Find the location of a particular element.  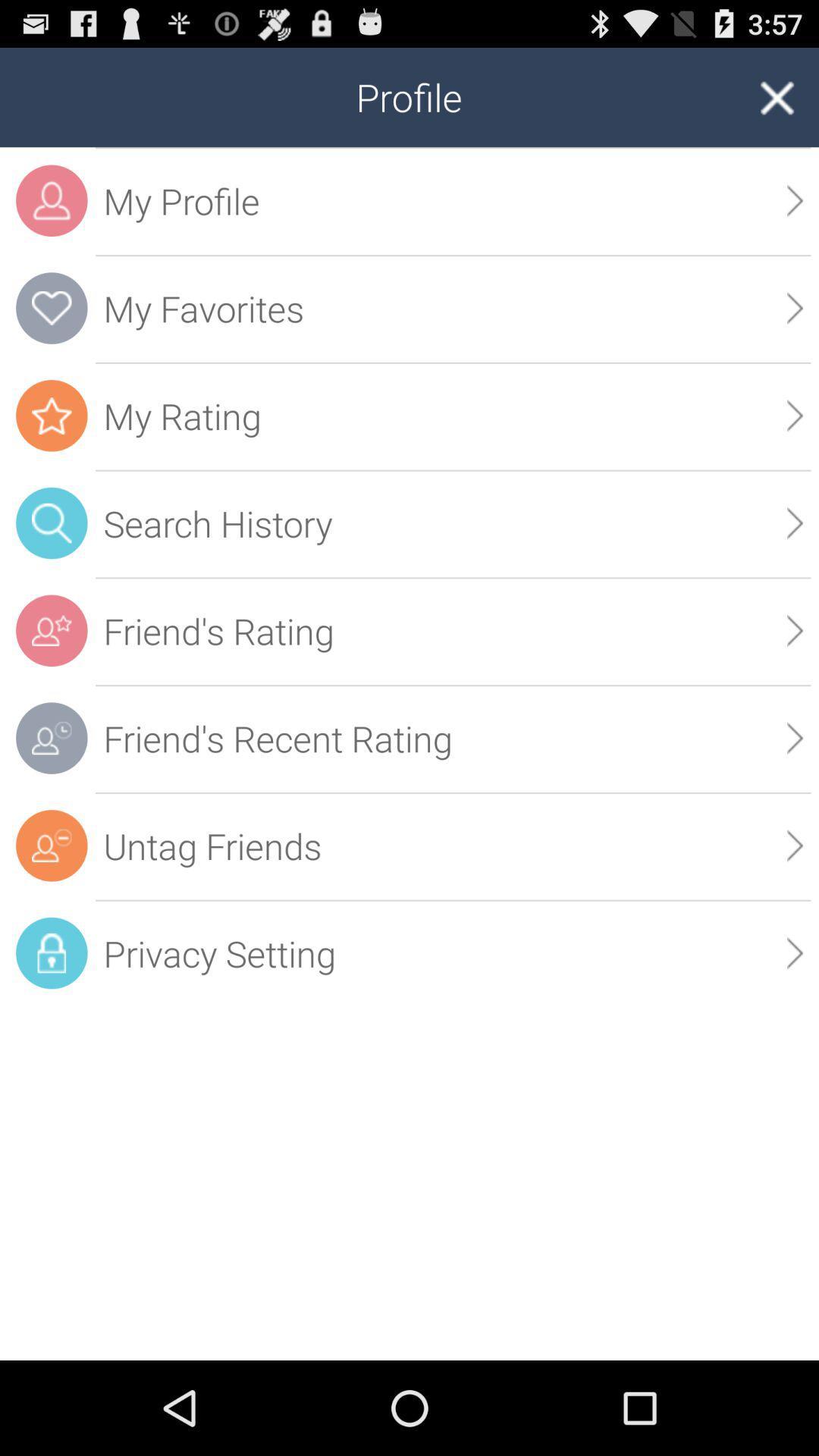

the my rating item is located at coordinates (452, 416).